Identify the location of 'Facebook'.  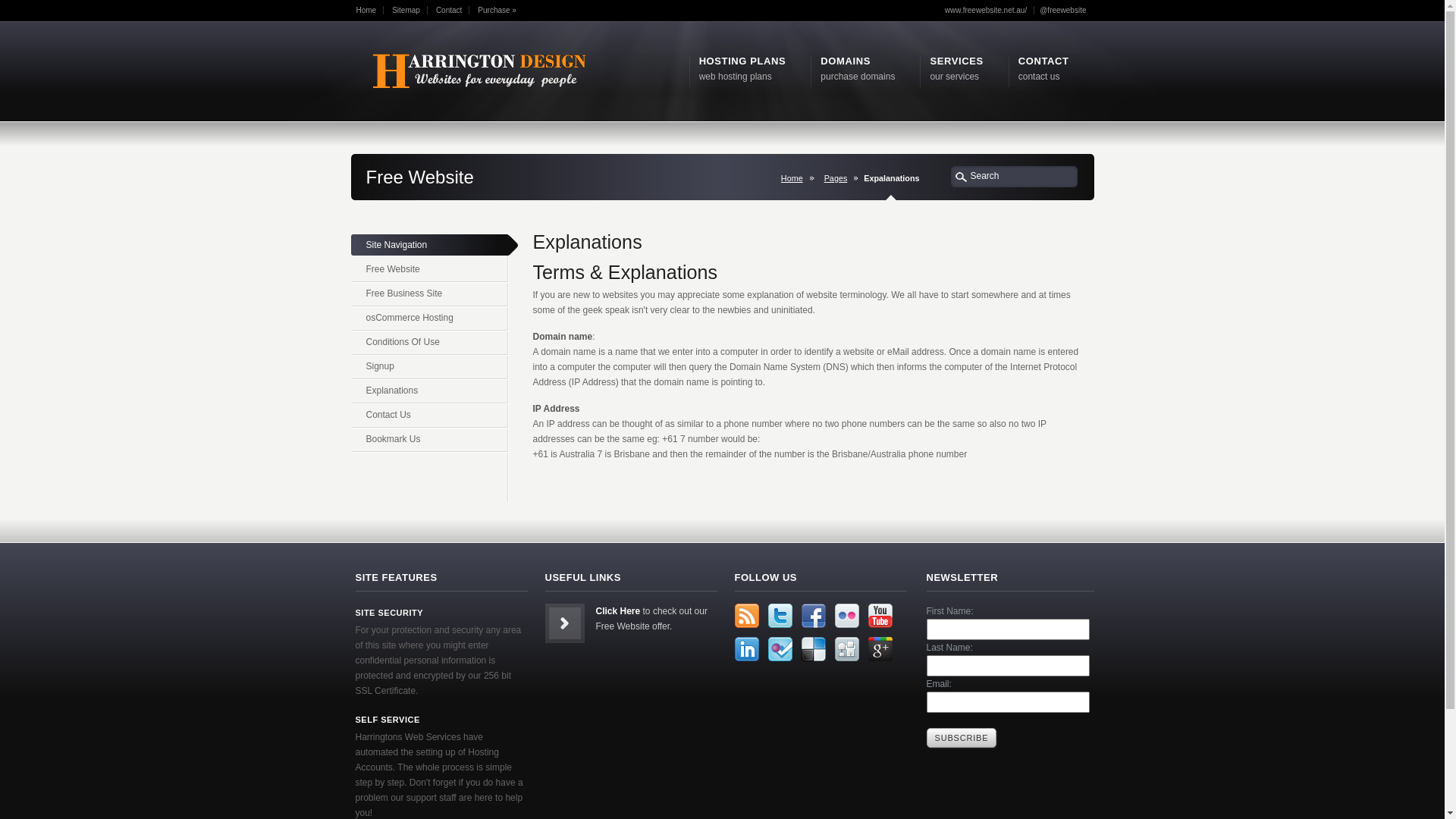
(811, 616).